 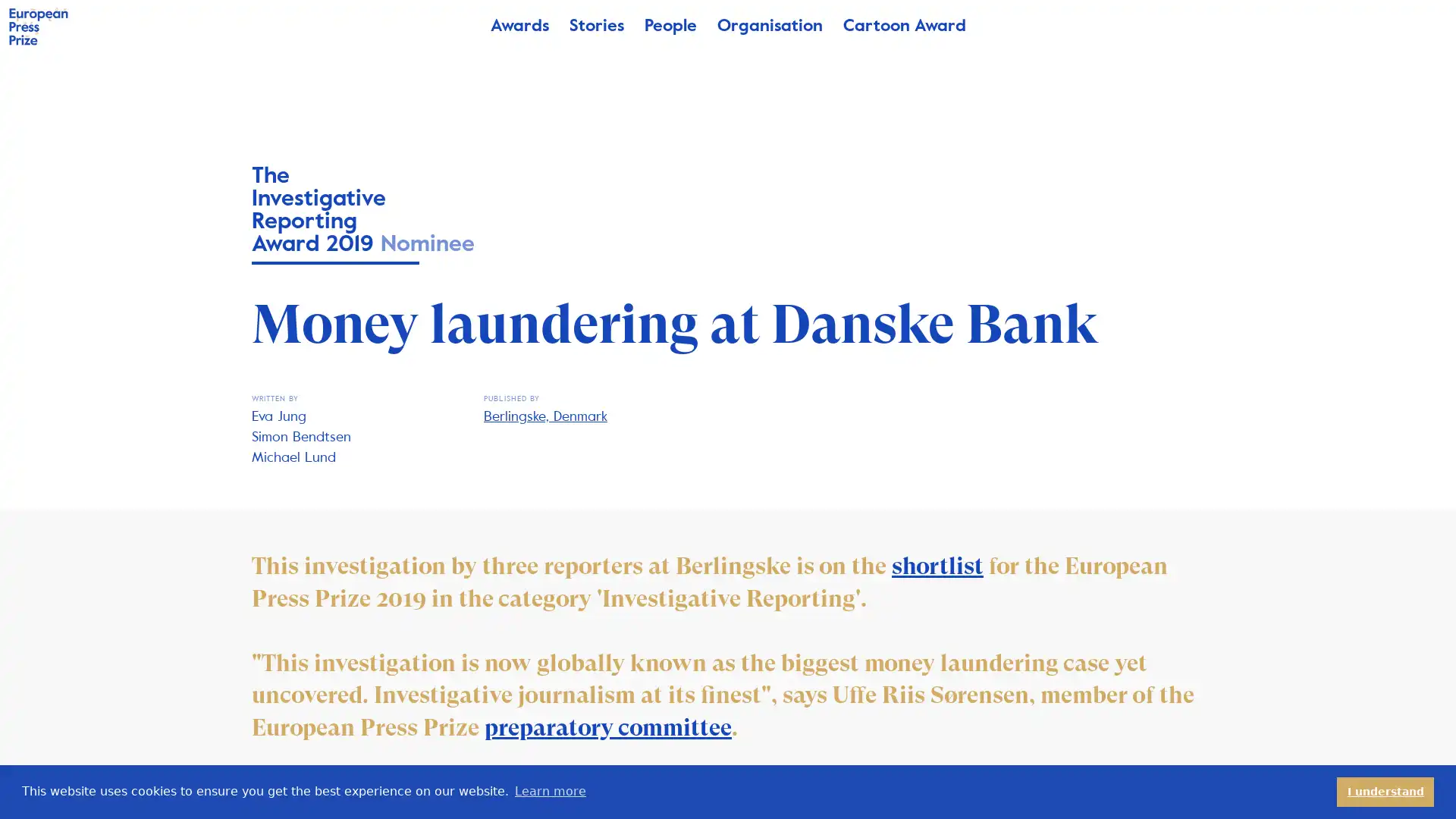 I want to click on dismiss cookie message, so click(x=1385, y=791).